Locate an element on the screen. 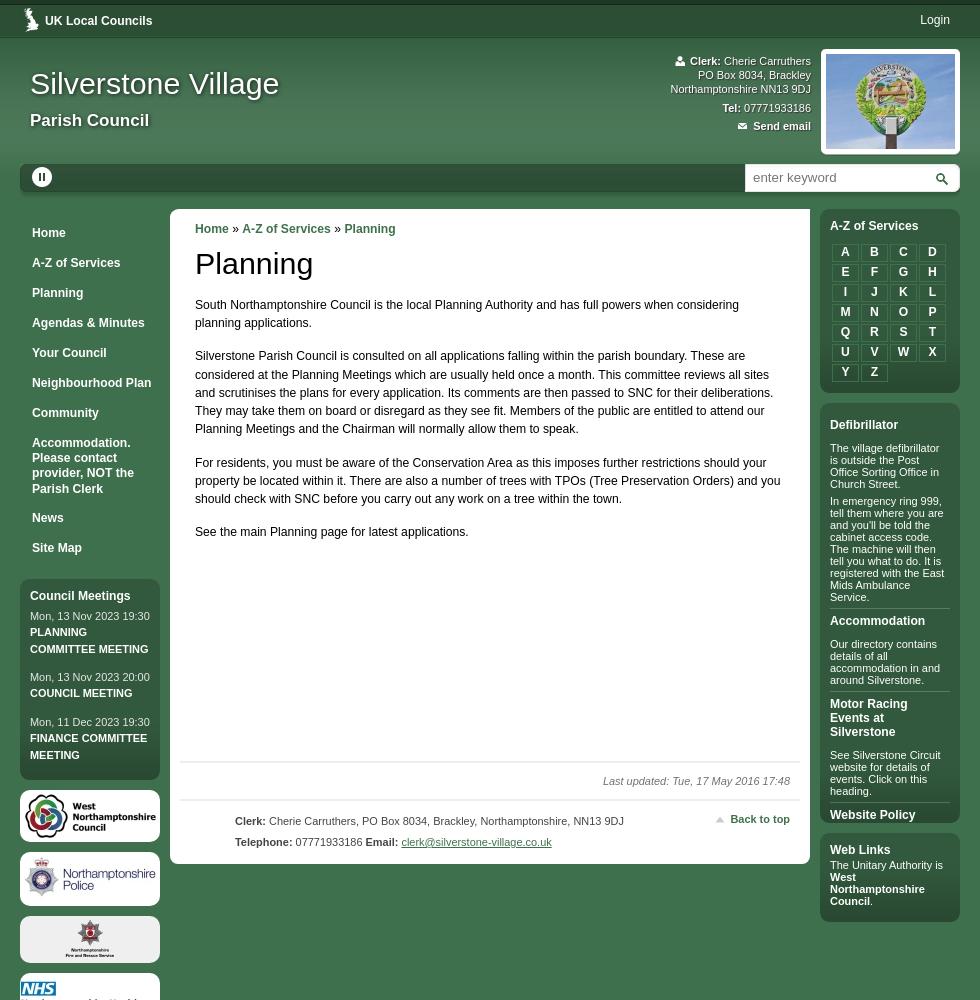  'News' is located at coordinates (47, 517).